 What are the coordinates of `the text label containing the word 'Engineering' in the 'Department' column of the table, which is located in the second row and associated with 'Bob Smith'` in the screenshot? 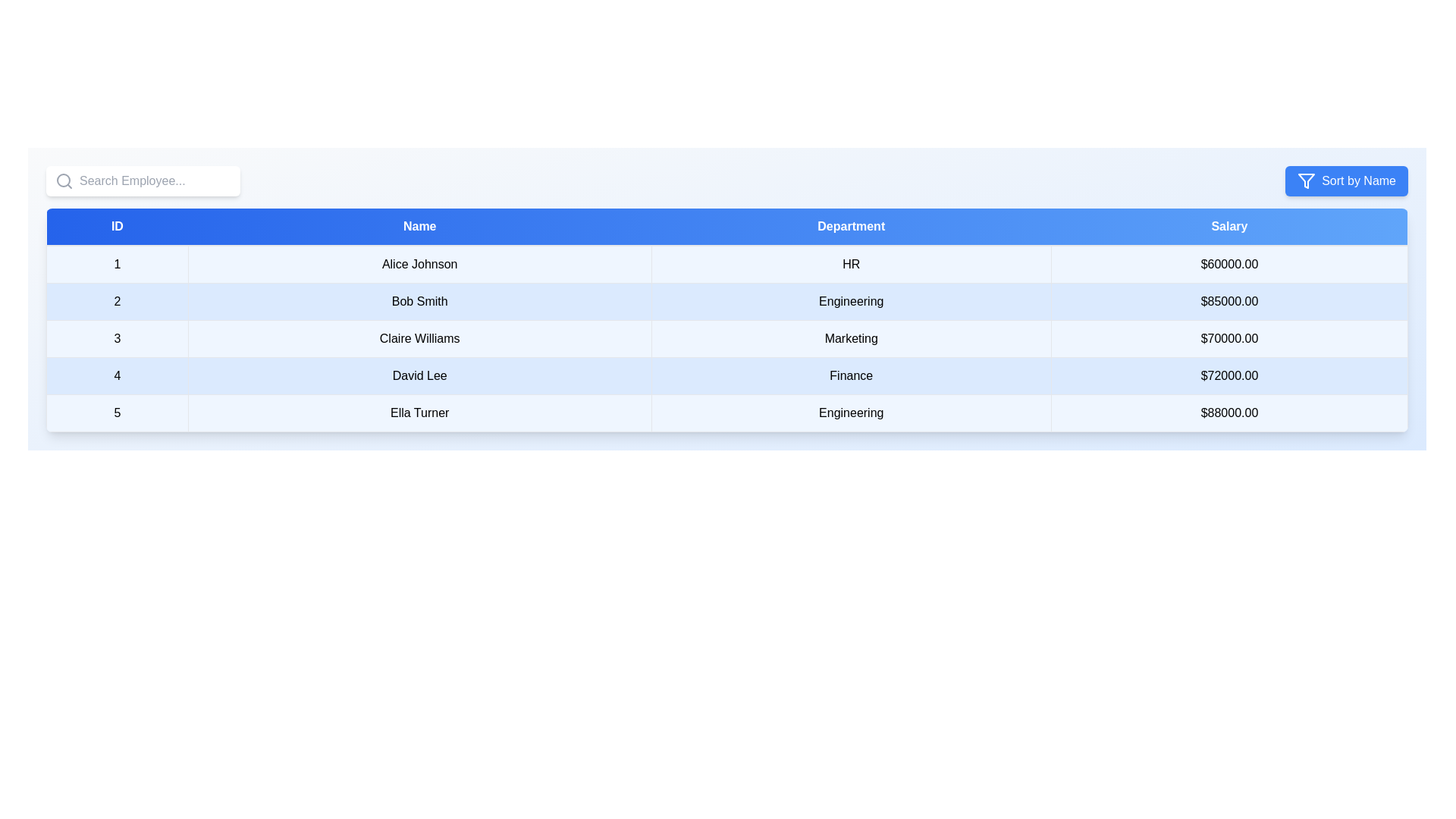 It's located at (851, 301).